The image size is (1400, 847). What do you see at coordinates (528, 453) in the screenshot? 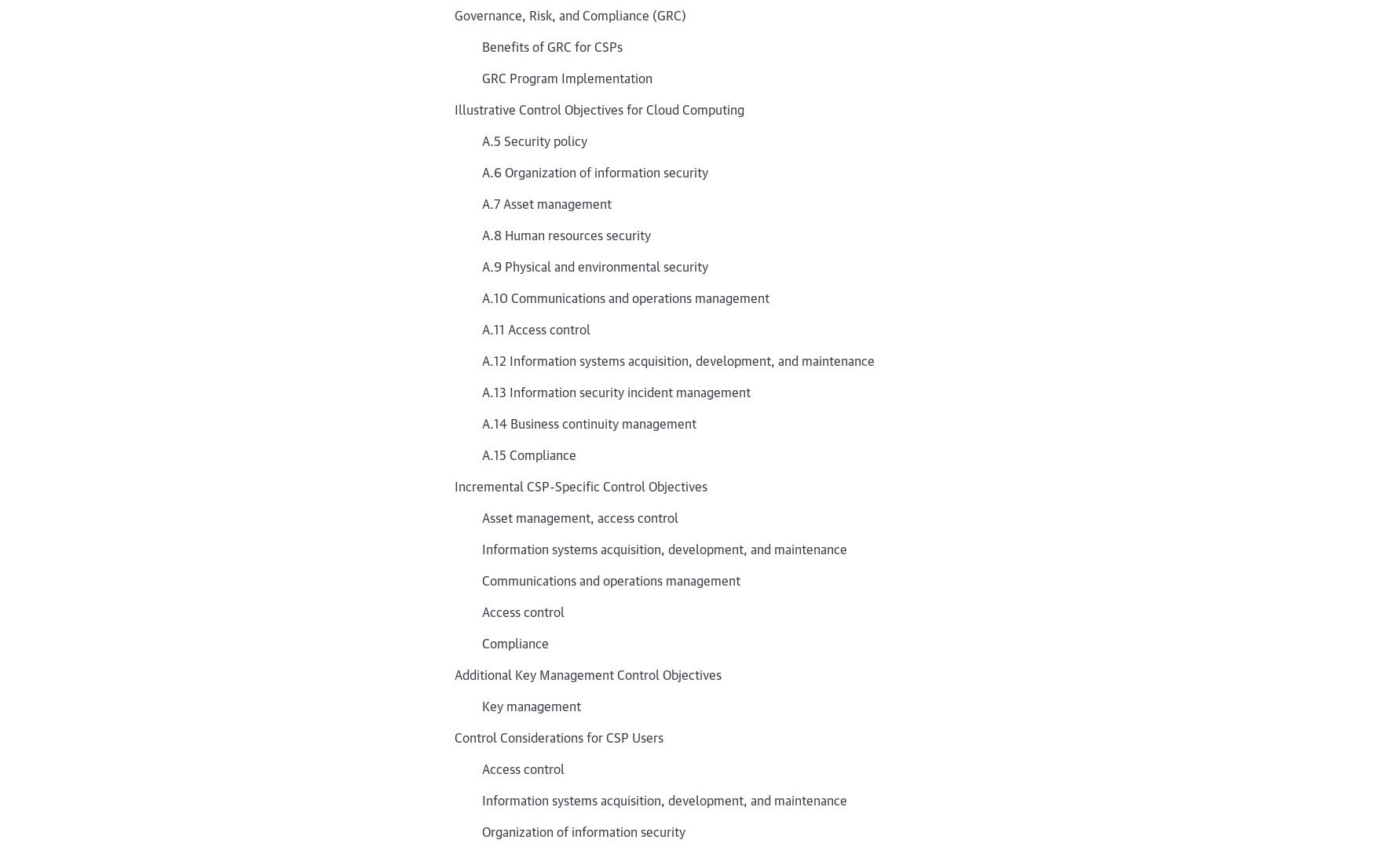
I see `'A.15 Compliance'` at bounding box center [528, 453].